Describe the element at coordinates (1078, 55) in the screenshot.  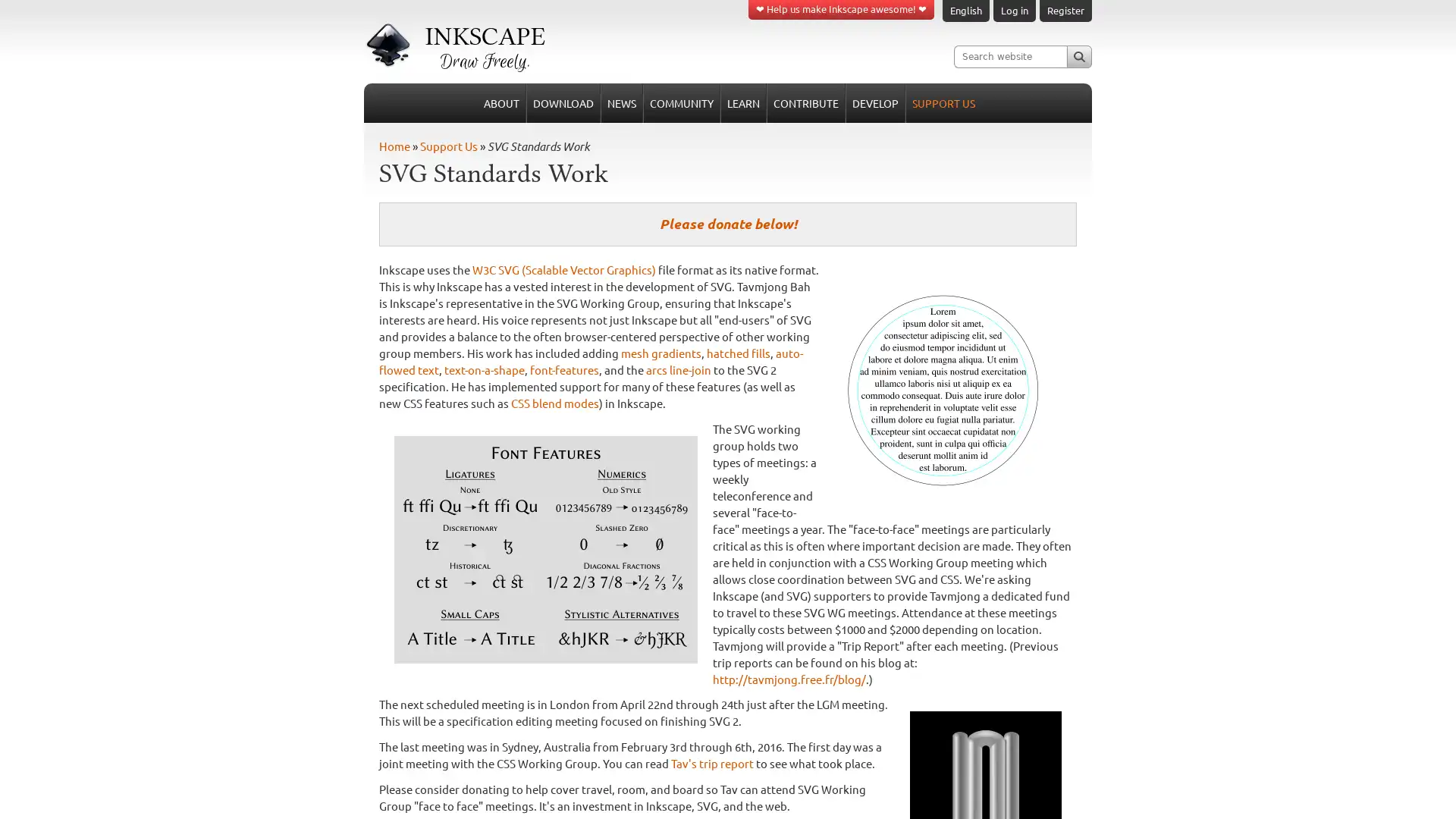
I see `Search` at that location.